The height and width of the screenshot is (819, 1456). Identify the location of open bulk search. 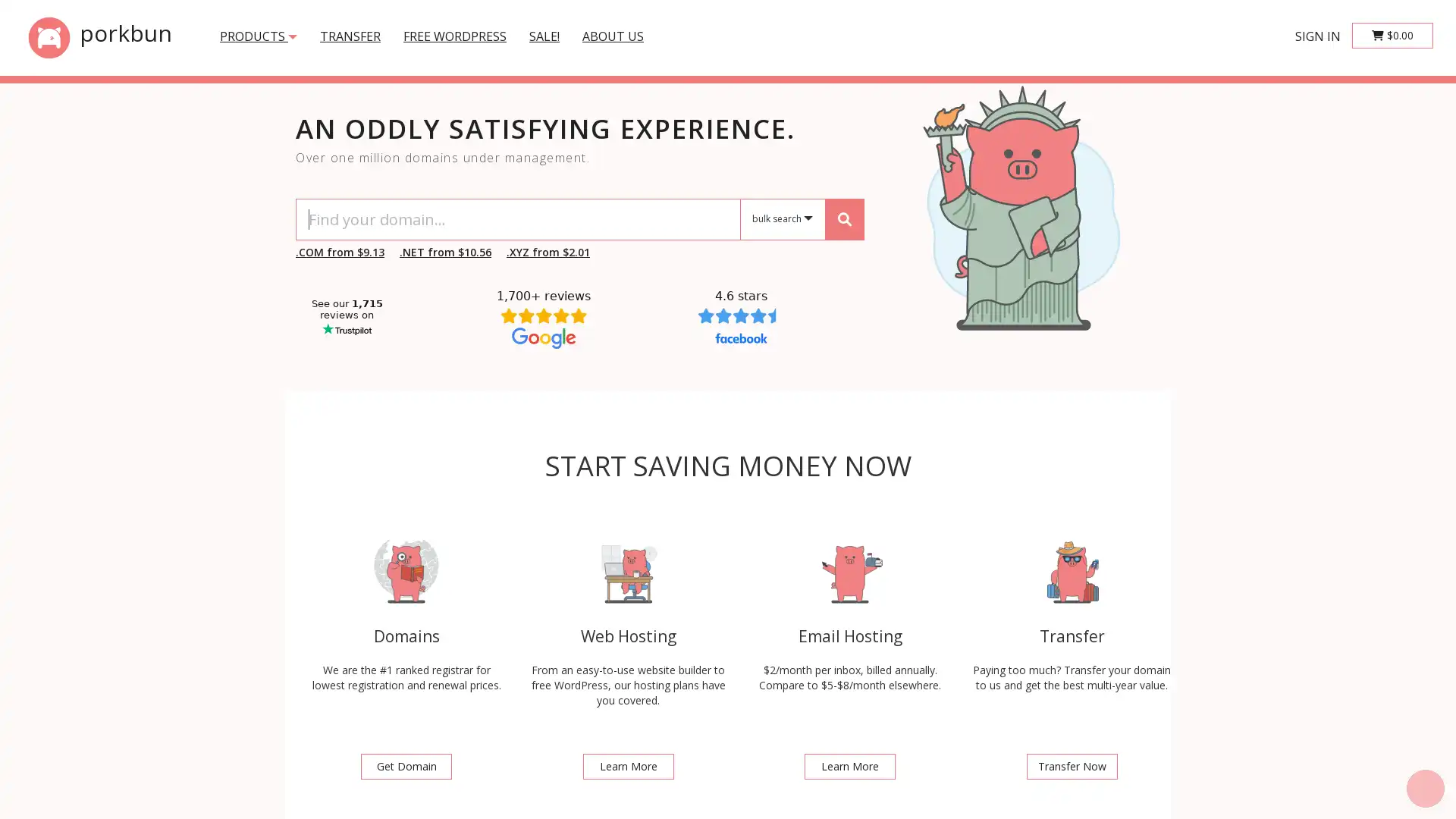
(783, 219).